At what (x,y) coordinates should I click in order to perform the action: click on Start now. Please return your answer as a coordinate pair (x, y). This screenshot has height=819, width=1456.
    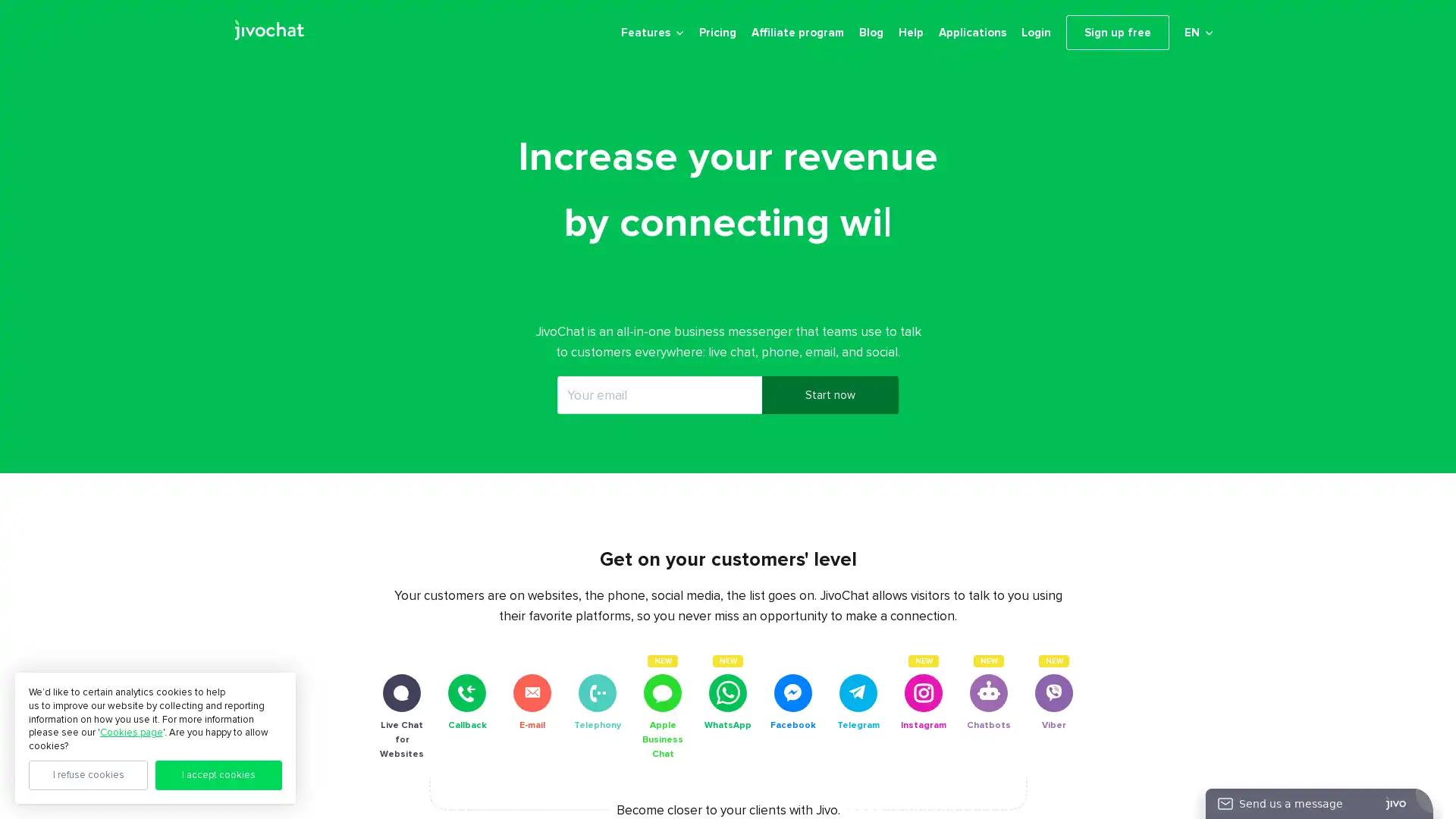
    Looking at the image, I should click on (829, 406).